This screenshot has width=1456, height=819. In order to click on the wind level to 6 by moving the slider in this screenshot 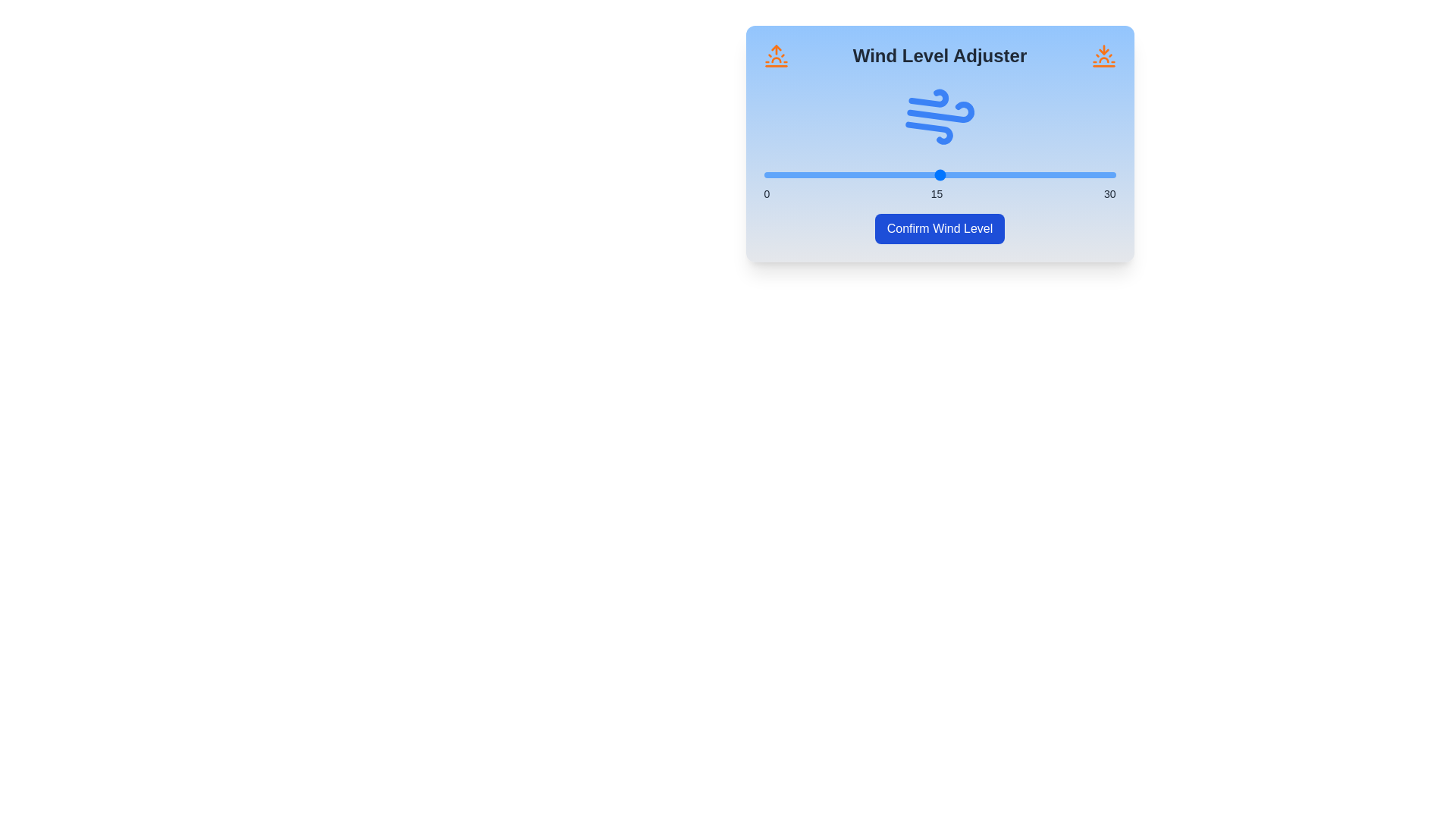, I will do `click(833, 174)`.